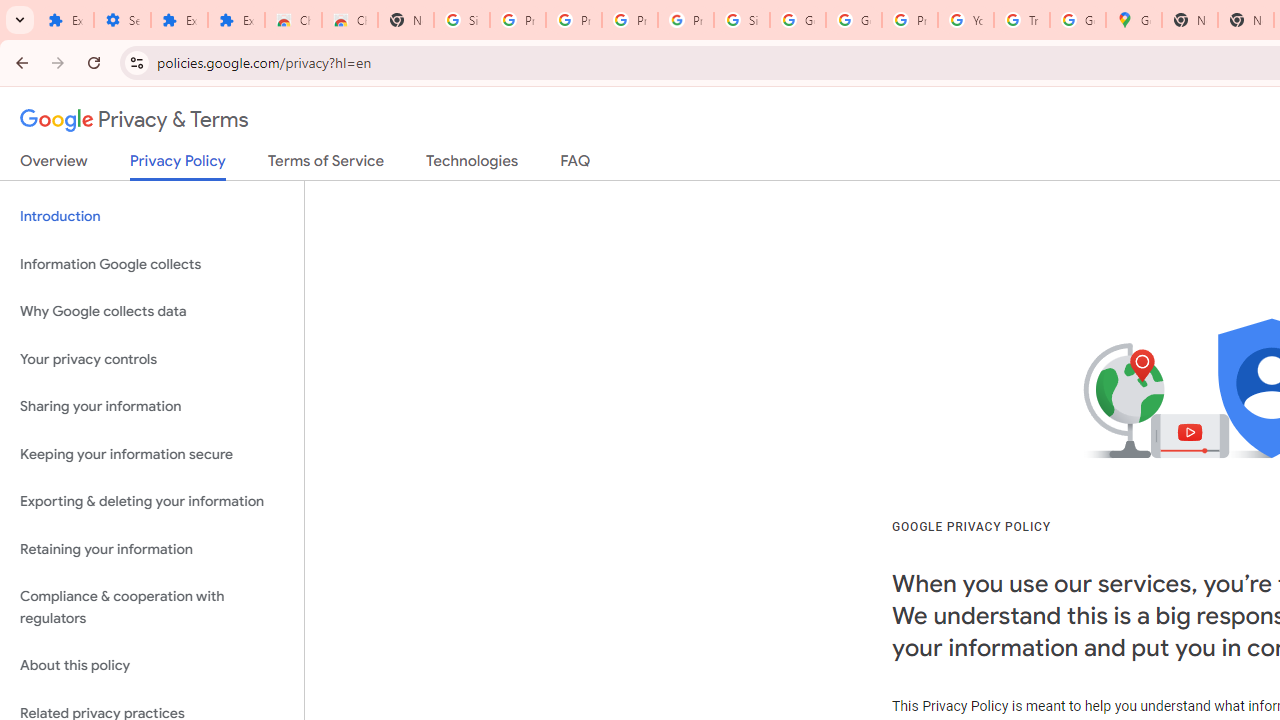 This screenshot has width=1280, height=720. What do you see at coordinates (292, 20) in the screenshot?
I see `'Chrome Web Store'` at bounding box center [292, 20].